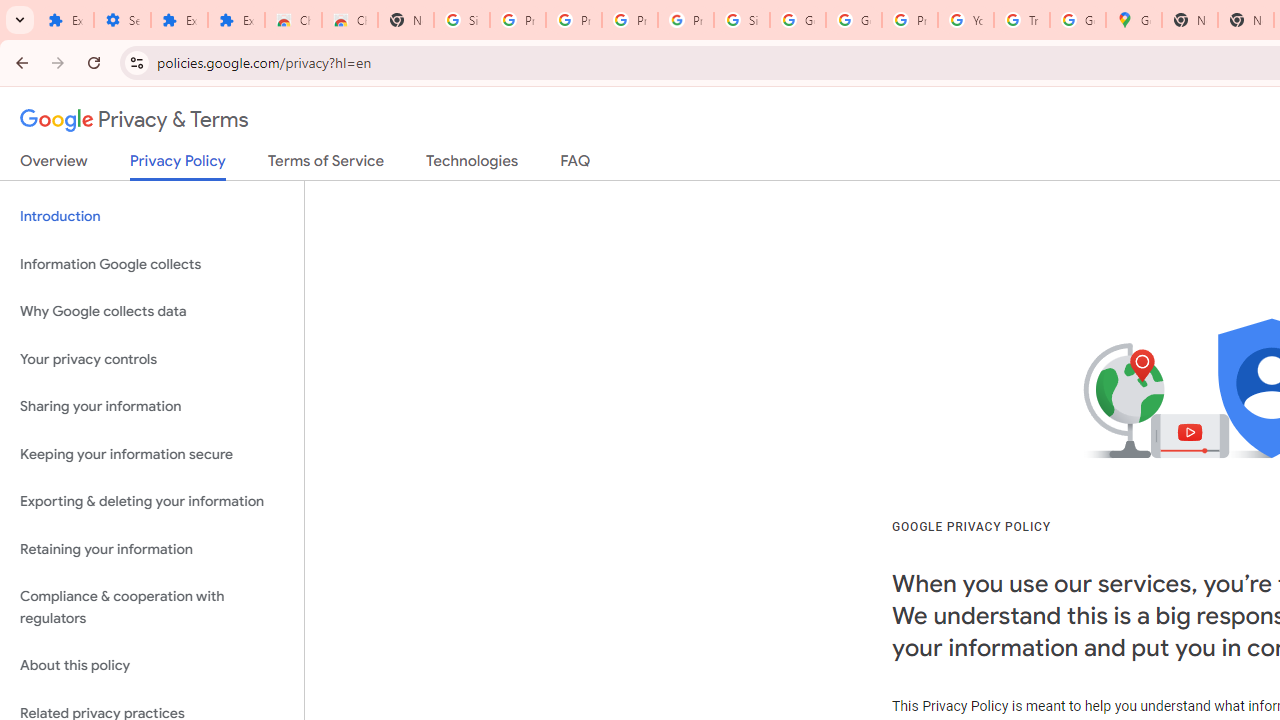 This screenshot has width=1280, height=720. What do you see at coordinates (292, 20) in the screenshot?
I see `'Chrome Web Store'` at bounding box center [292, 20].